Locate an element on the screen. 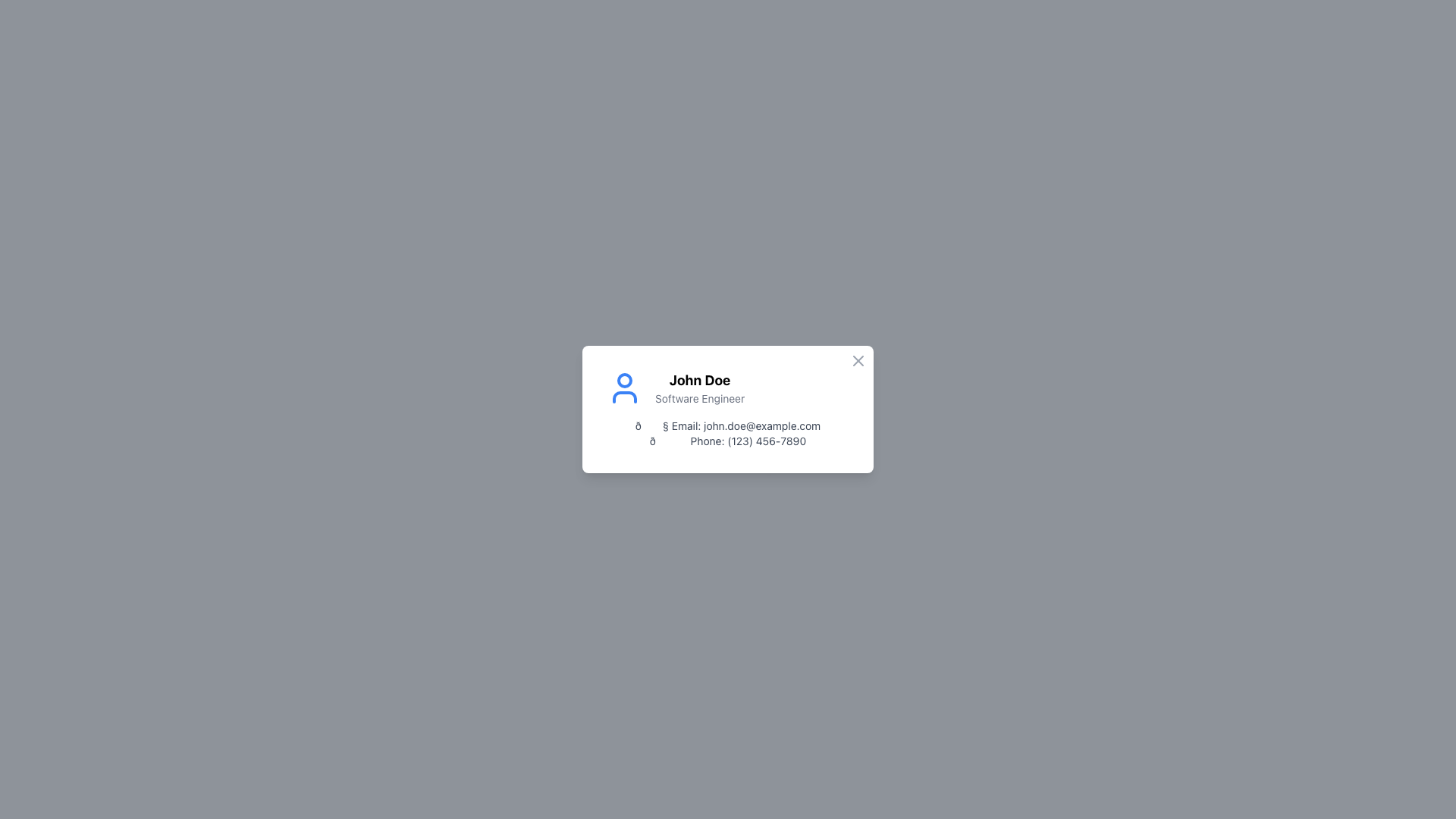 This screenshot has width=1456, height=819. the close button located at the top-right corner of the card displaying personal information for 'John Doe' to change its color is located at coordinates (858, 360).